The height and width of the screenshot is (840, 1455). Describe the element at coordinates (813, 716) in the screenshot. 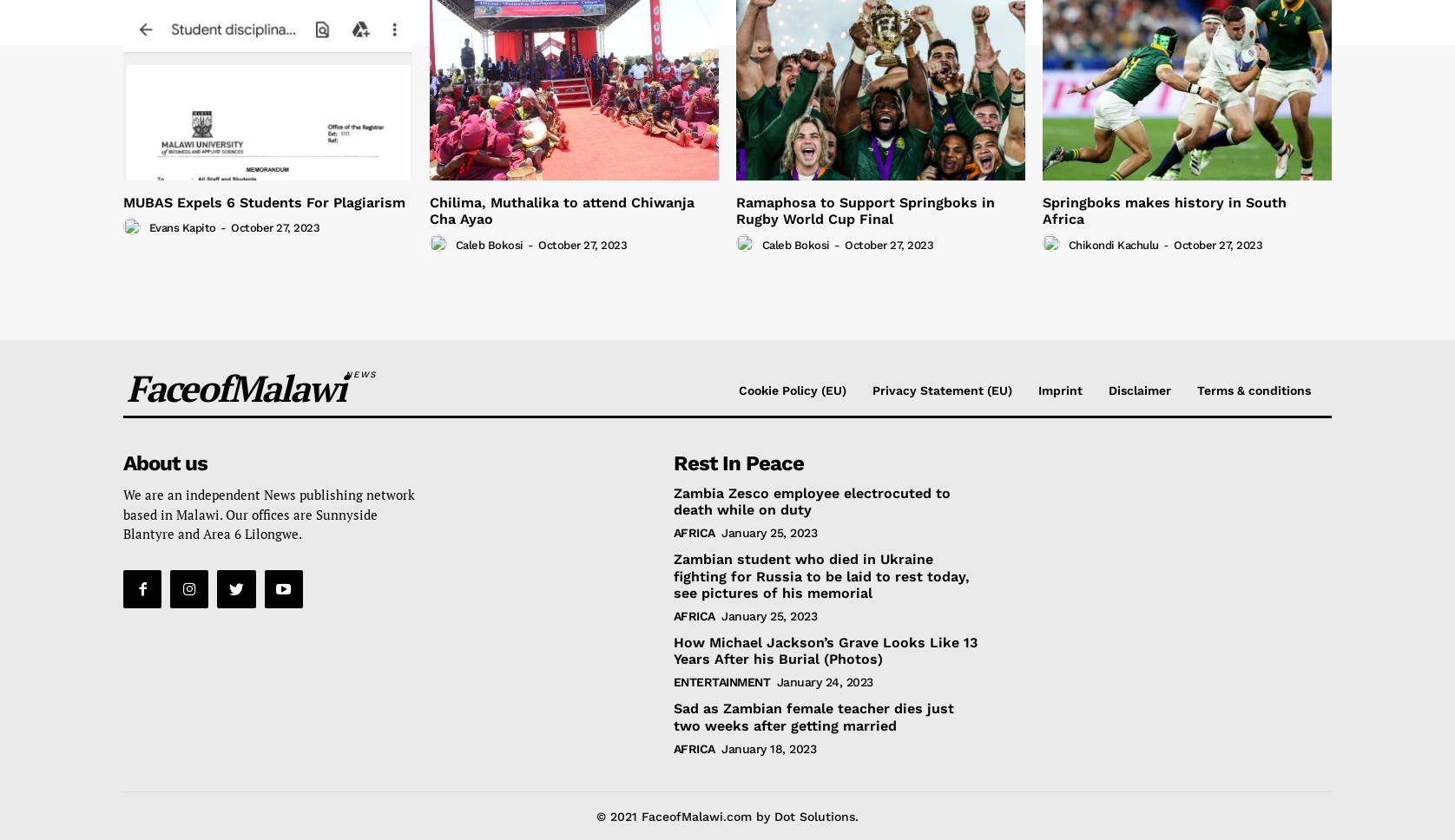

I see `'Sad as Zambian female teacher dies just two weeks after getting married'` at that location.